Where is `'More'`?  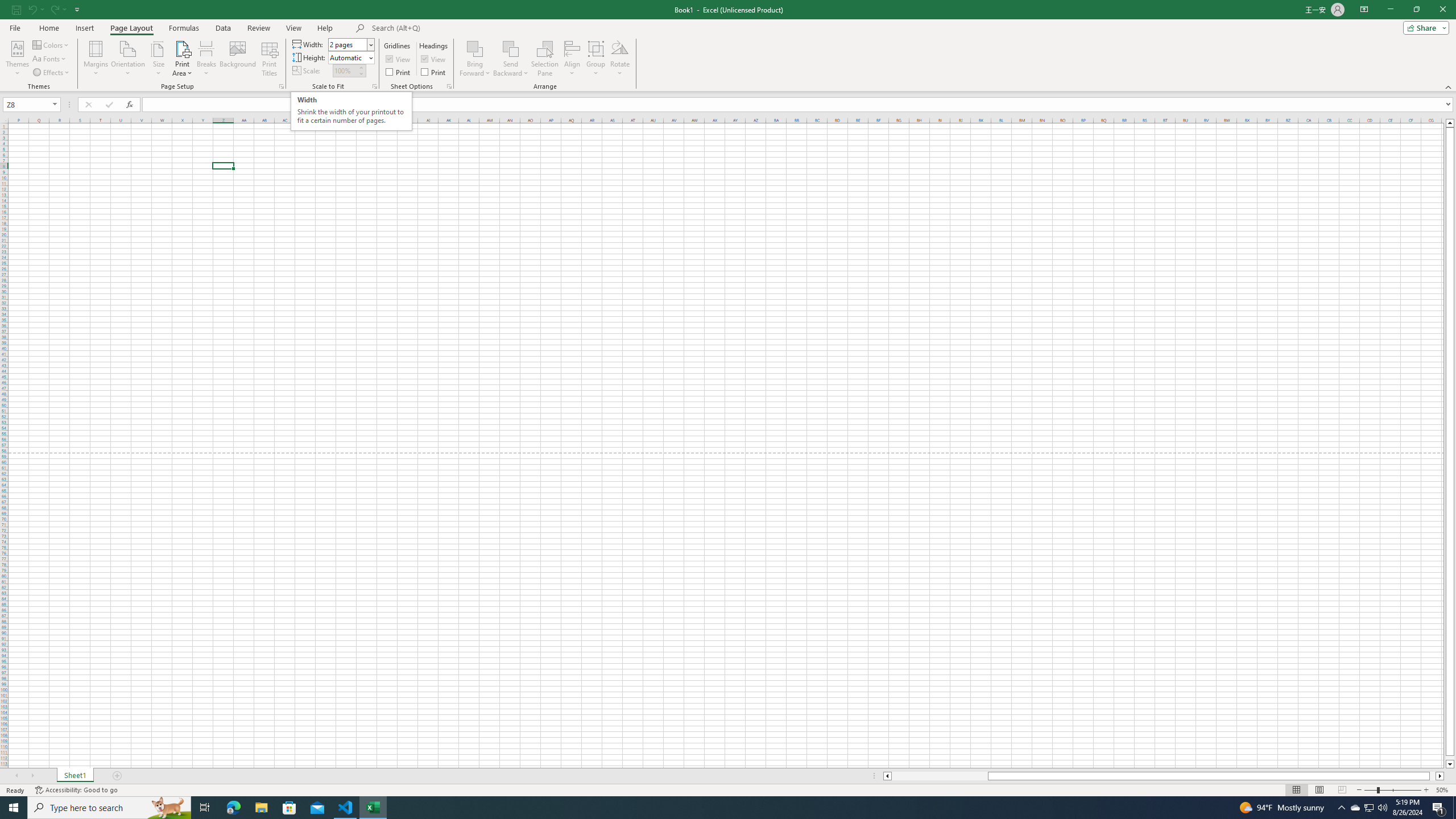
'More' is located at coordinates (360, 67).